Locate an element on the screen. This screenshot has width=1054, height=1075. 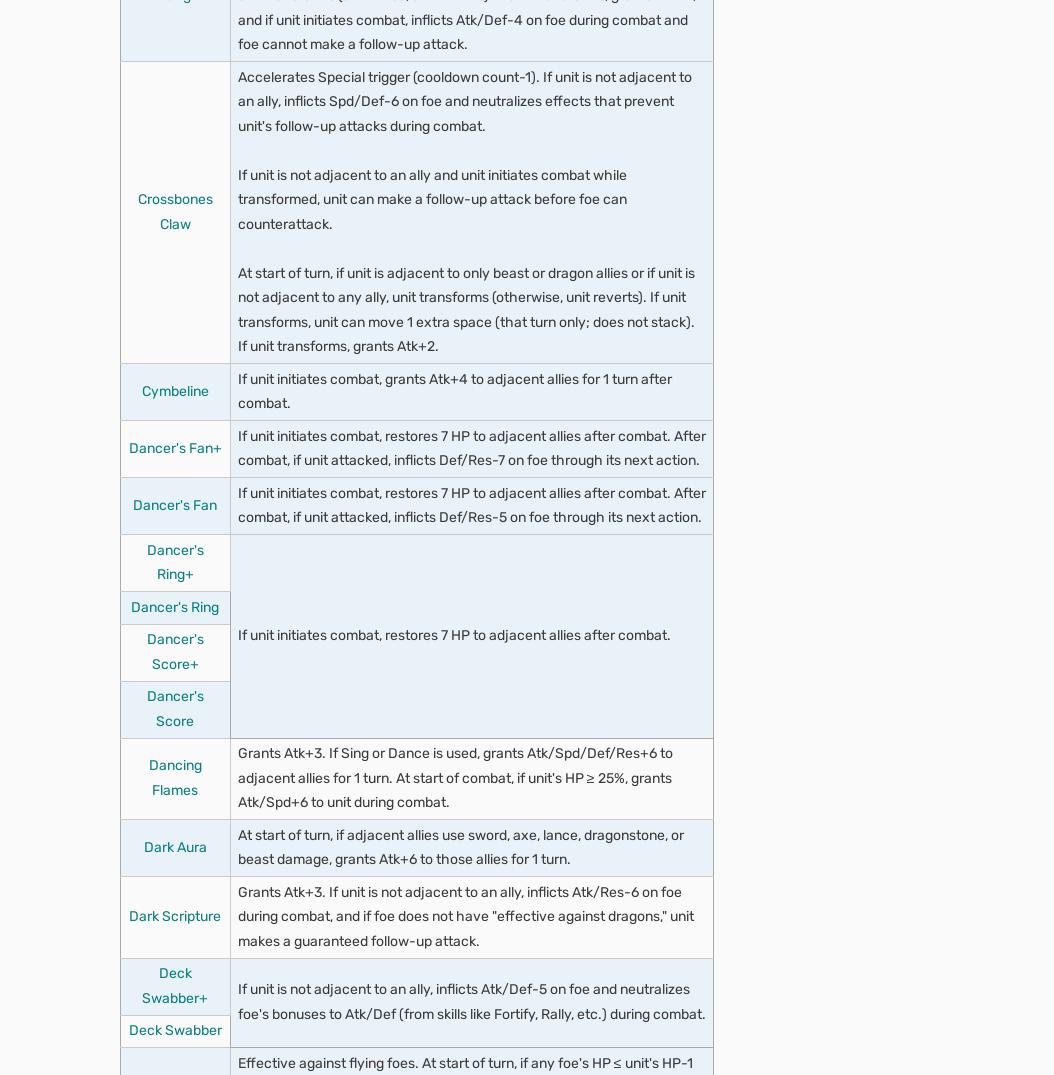
'Spur Def/Res 1' is located at coordinates (208, 315).